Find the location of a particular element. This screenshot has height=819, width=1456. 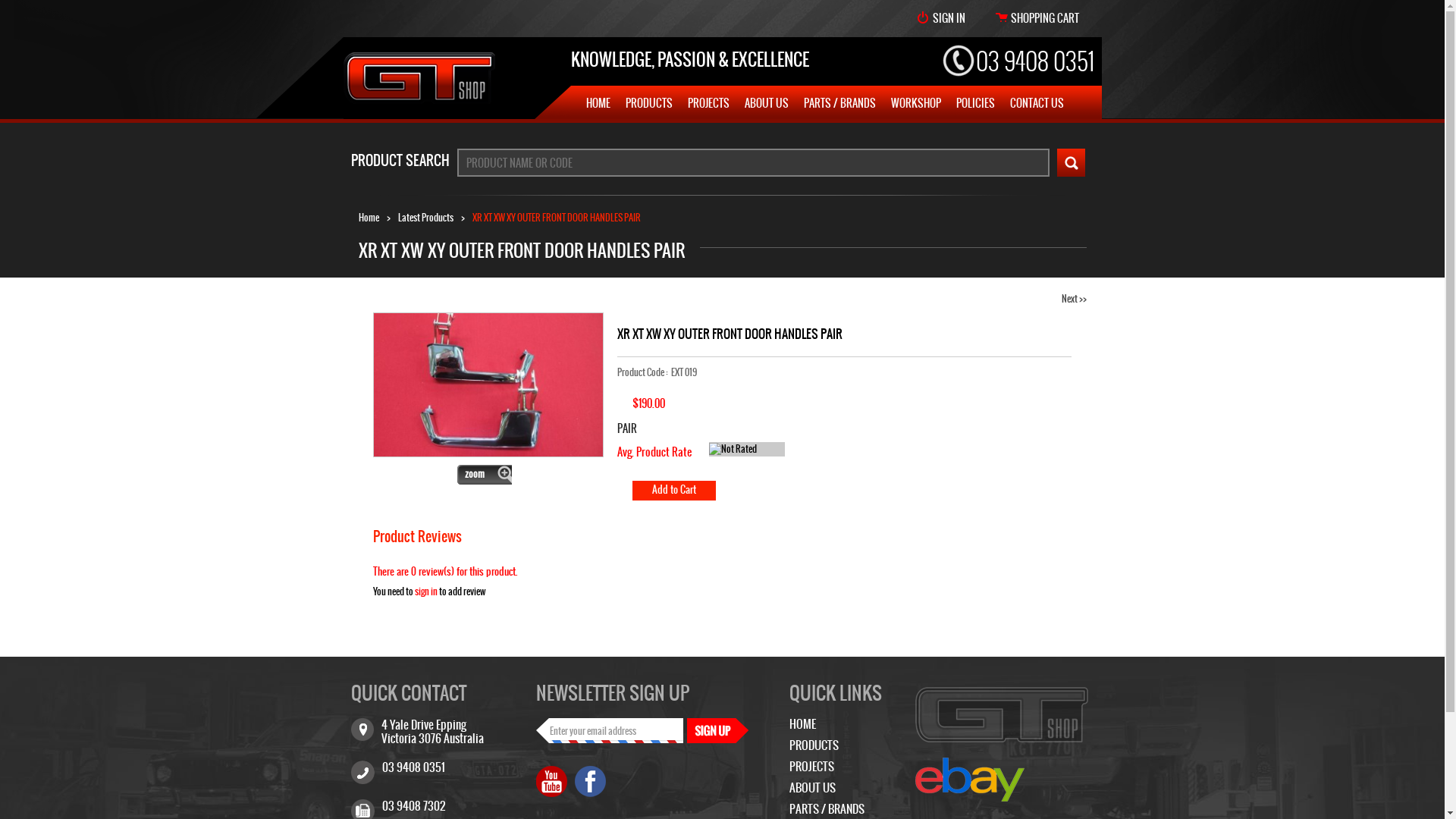

'Add to Cart' is located at coordinates (673, 491).